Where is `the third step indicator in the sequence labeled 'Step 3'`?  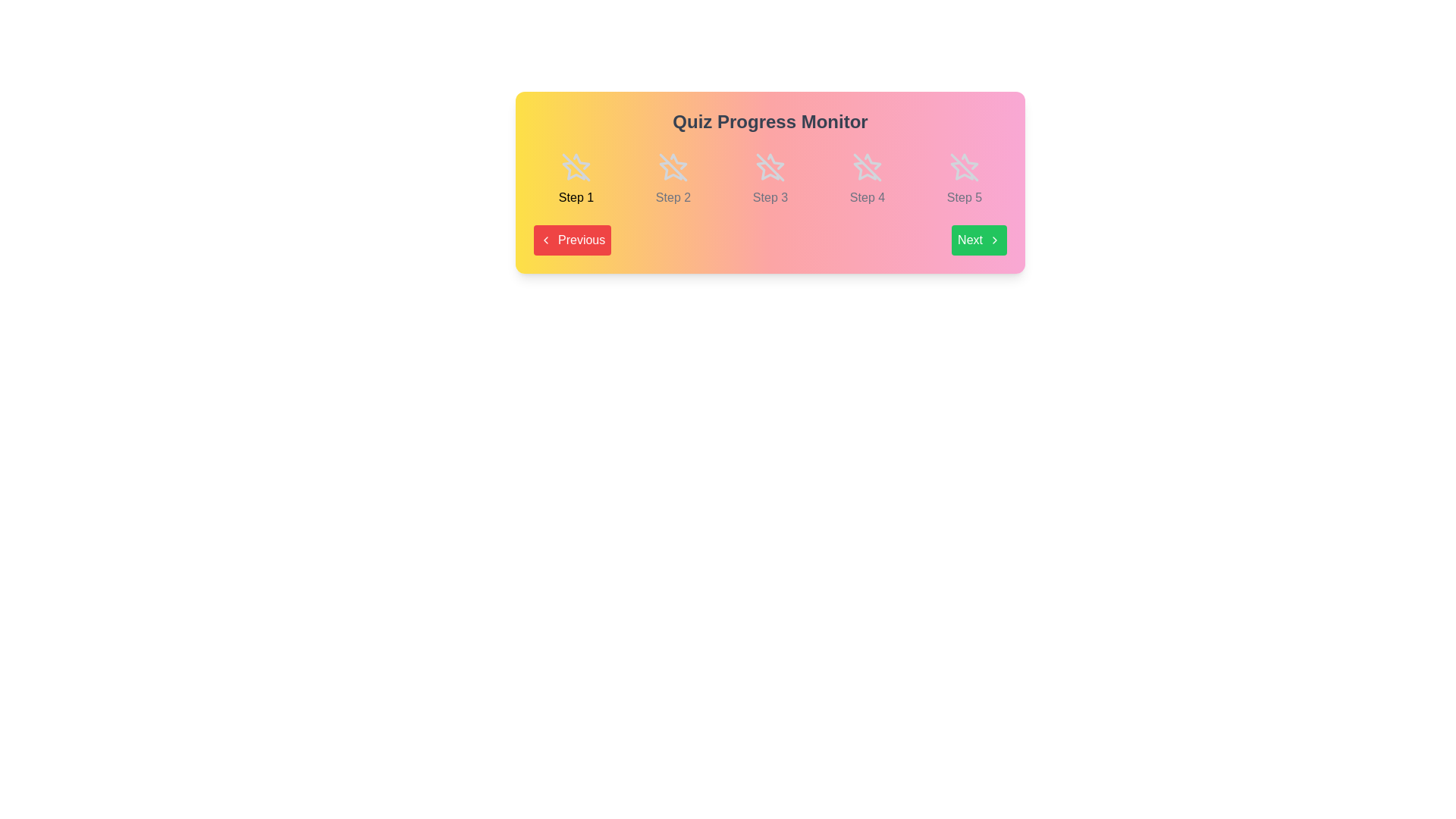 the third step indicator in the sequence labeled 'Step 3' is located at coordinates (770, 178).